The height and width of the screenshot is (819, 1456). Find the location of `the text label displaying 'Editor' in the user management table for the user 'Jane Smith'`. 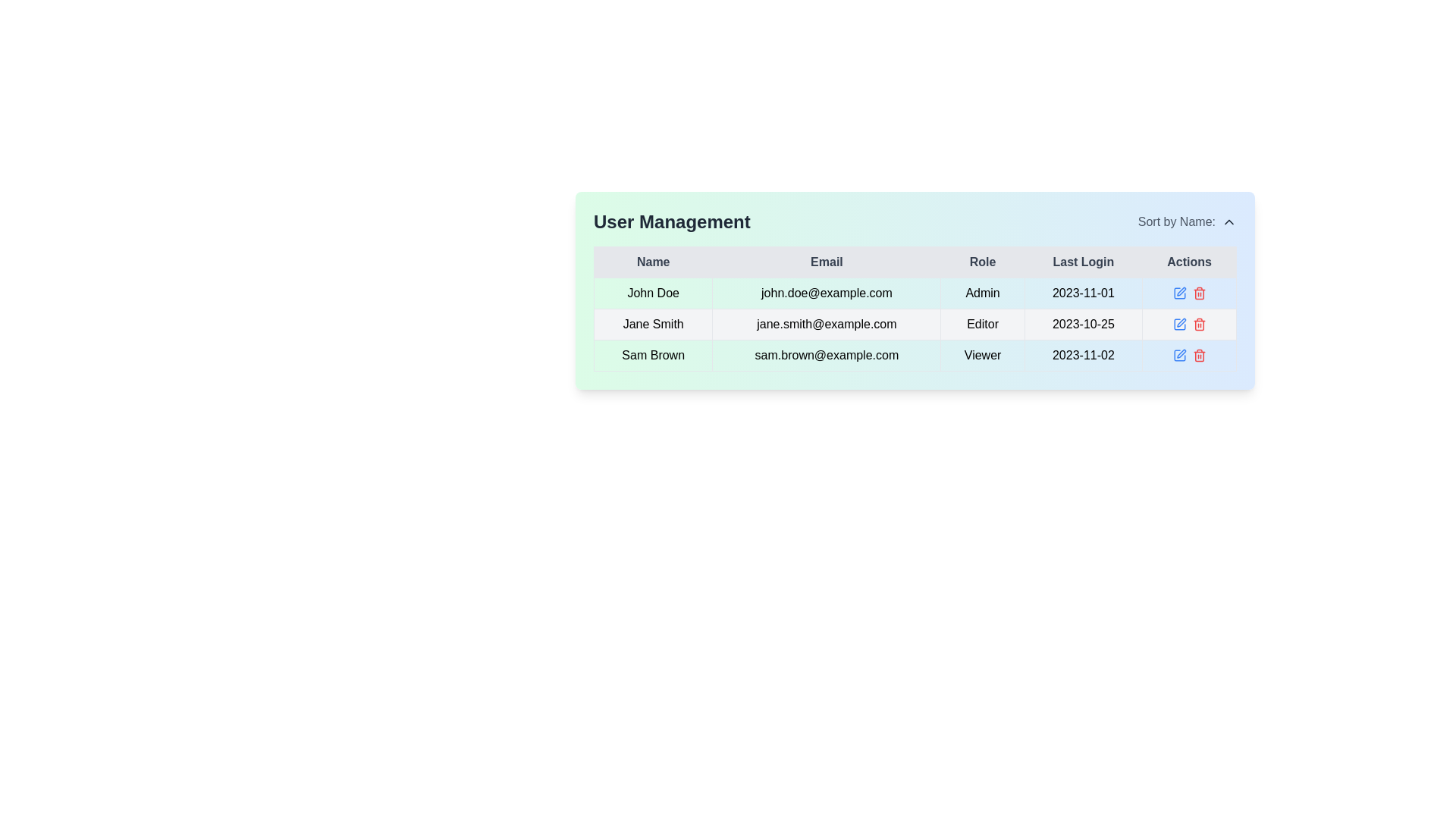

the text label displaying 'Editor' in the user management table for the user 'Jane Smith' is located at coordinates (983, 324).